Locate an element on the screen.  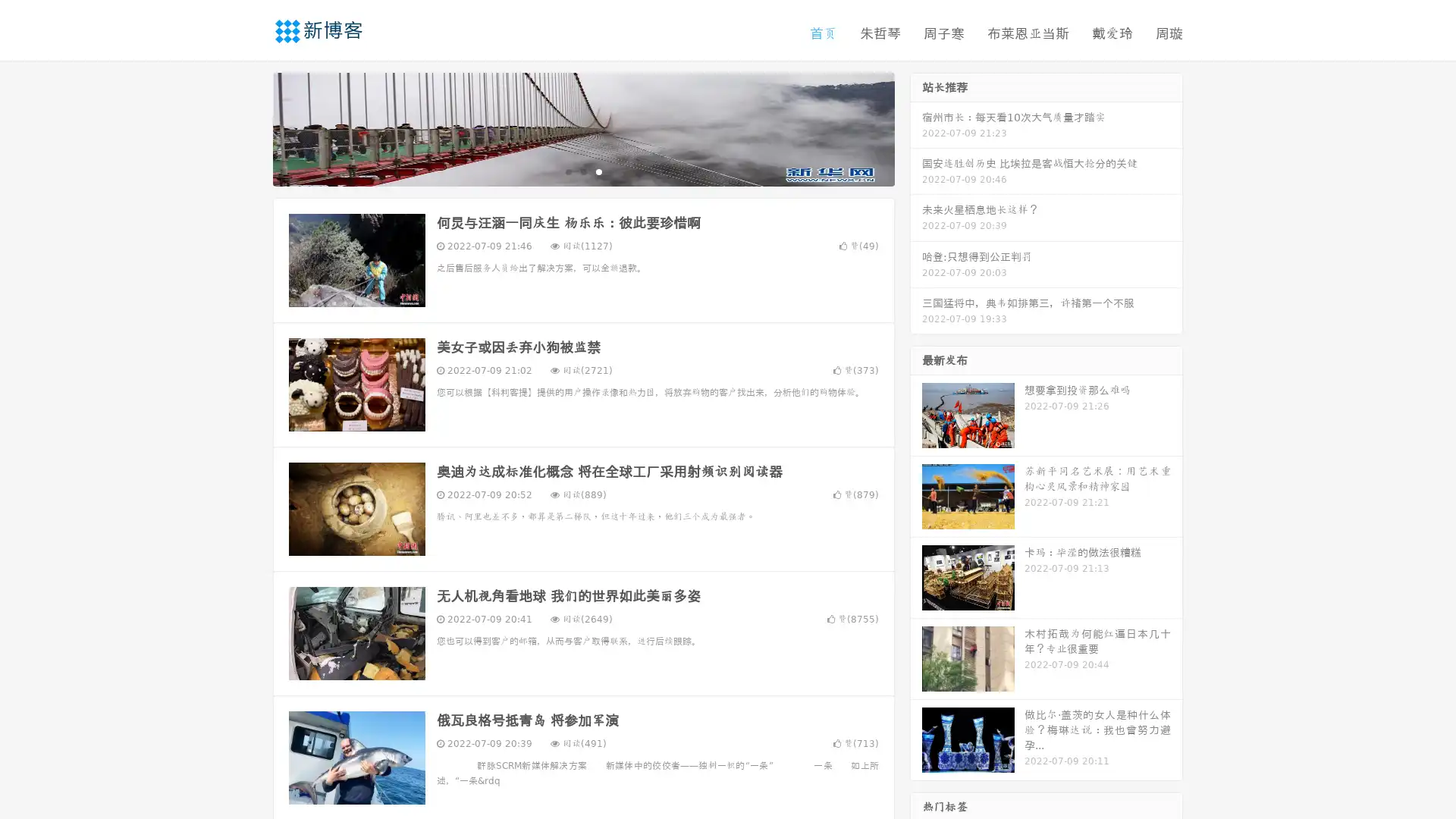
Go to slide 3 is located at coordinates (598, 171).